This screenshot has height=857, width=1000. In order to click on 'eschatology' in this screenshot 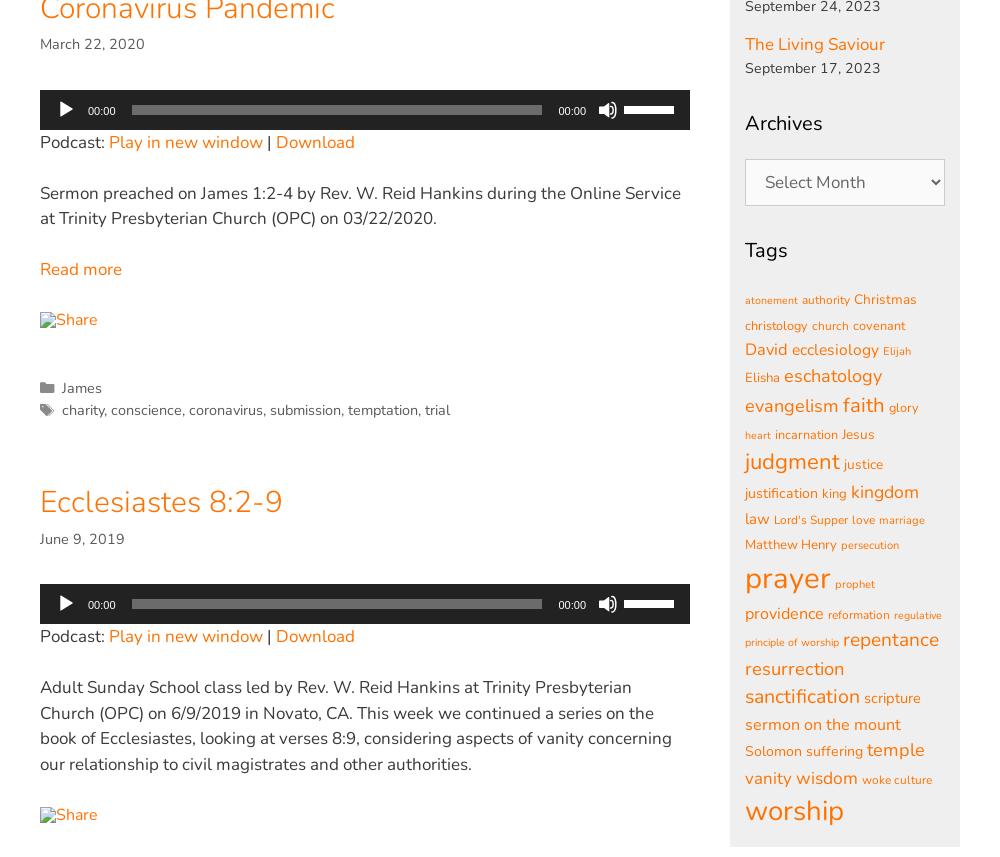, I will do `click(832, 374)`.